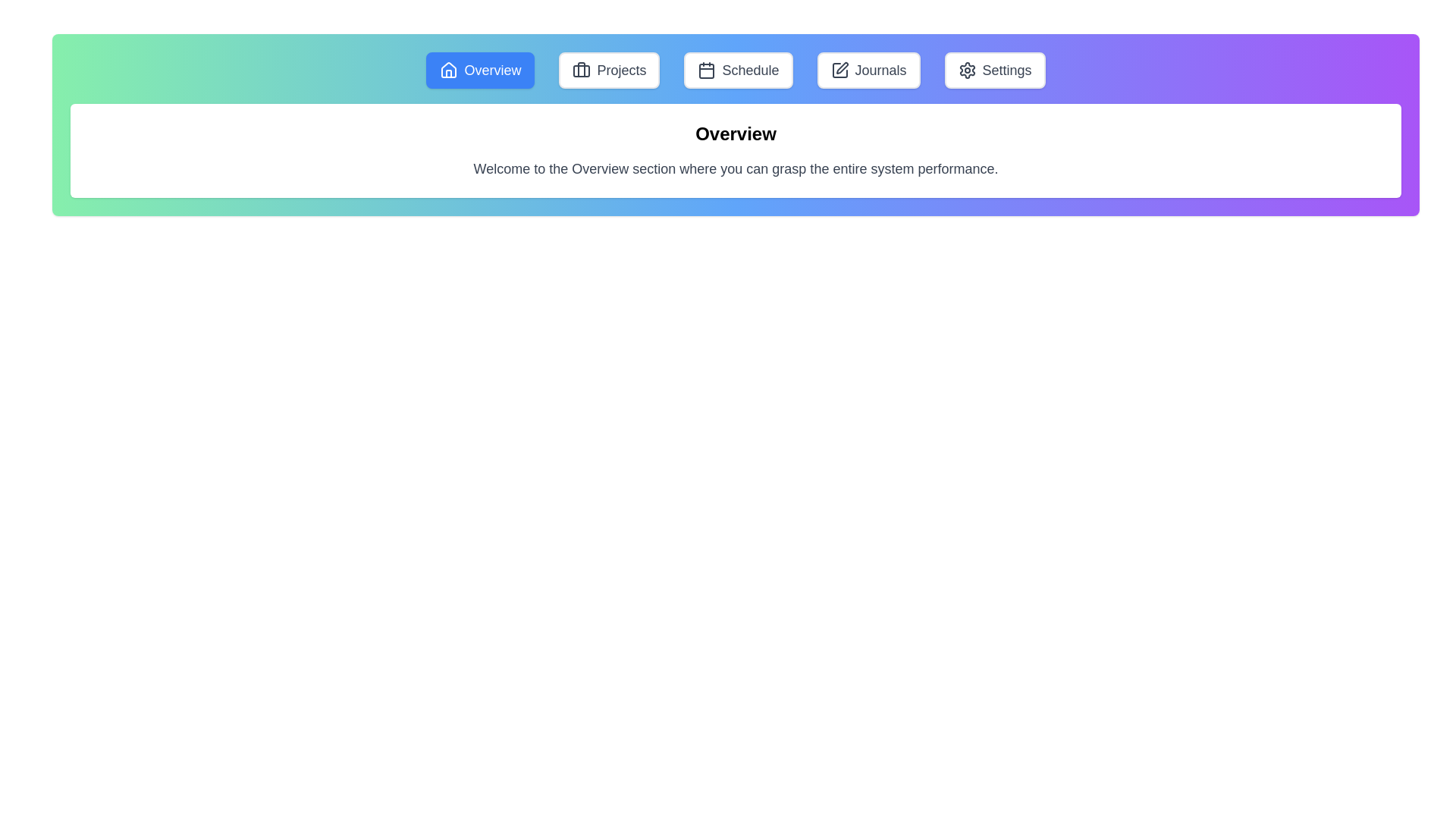 This screenshot has height=819, width=1456. What do you see at coordinates (581, 70) in the screenshot?
I see `the handle portion of the briefcase icon, which is the second navigation tab from the left in the header bar` at bounding box center [581, 70].